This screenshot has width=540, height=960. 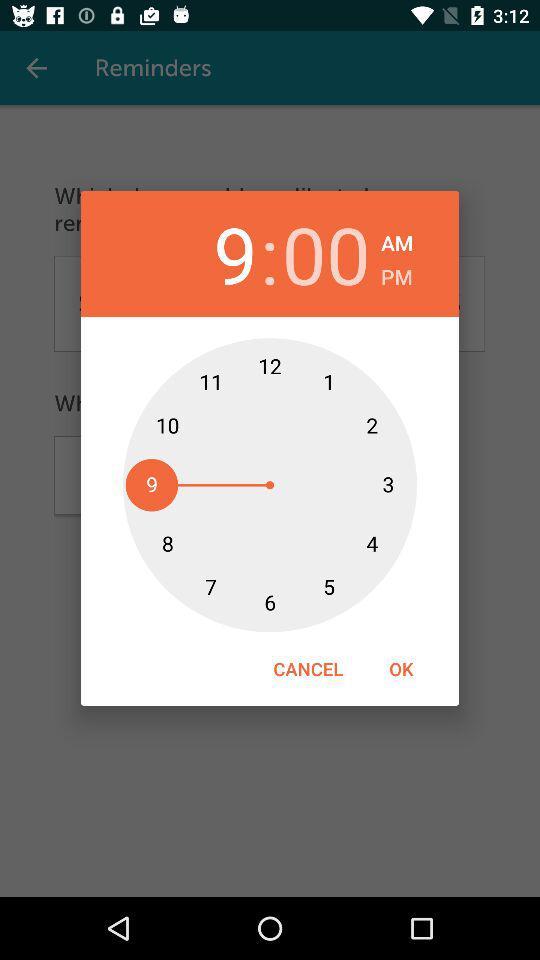 I want to click on the item next to the 00, so click(x=397, y=240).